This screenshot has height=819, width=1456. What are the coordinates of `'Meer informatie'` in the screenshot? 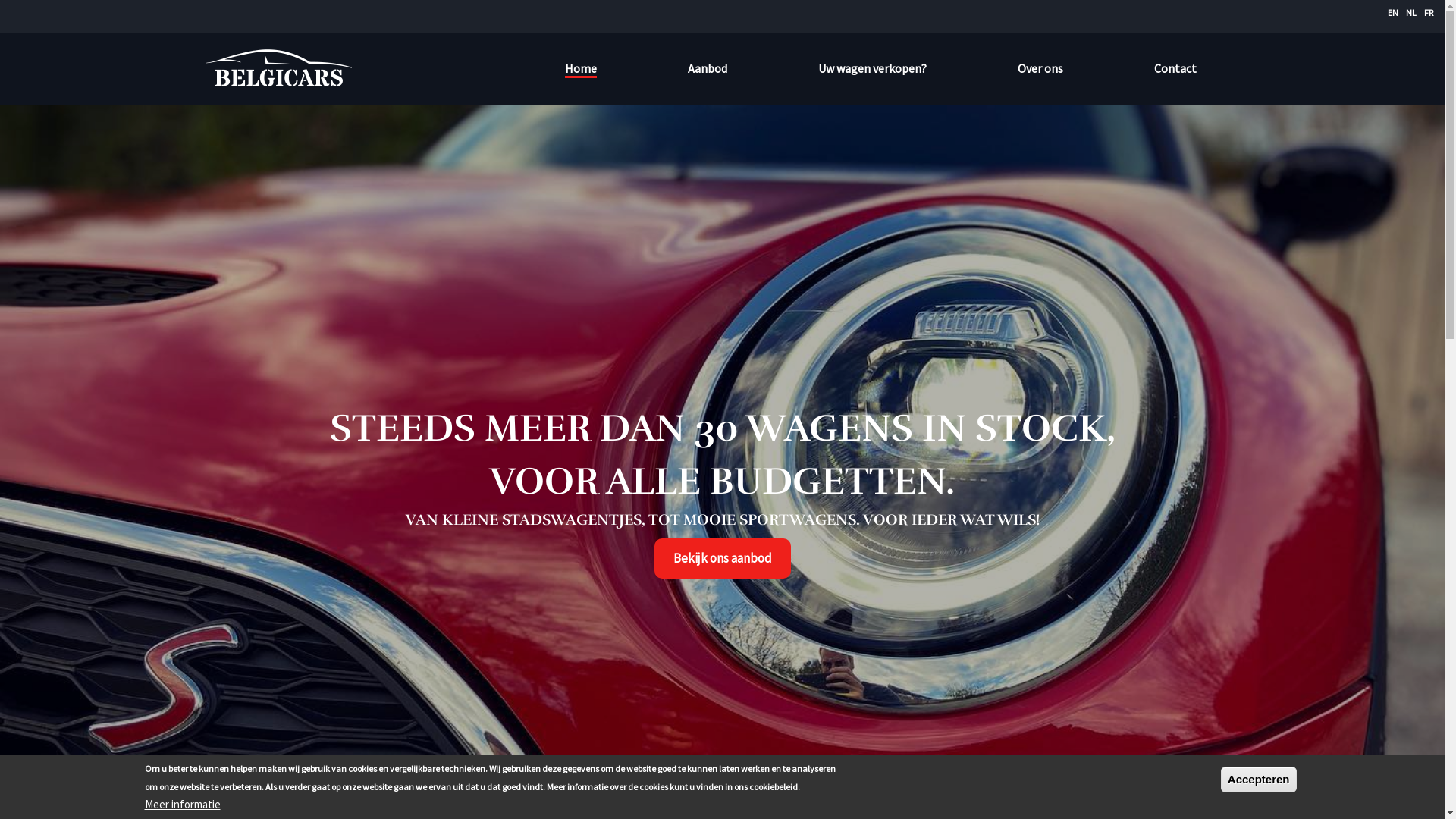 It's located at (144, 803).